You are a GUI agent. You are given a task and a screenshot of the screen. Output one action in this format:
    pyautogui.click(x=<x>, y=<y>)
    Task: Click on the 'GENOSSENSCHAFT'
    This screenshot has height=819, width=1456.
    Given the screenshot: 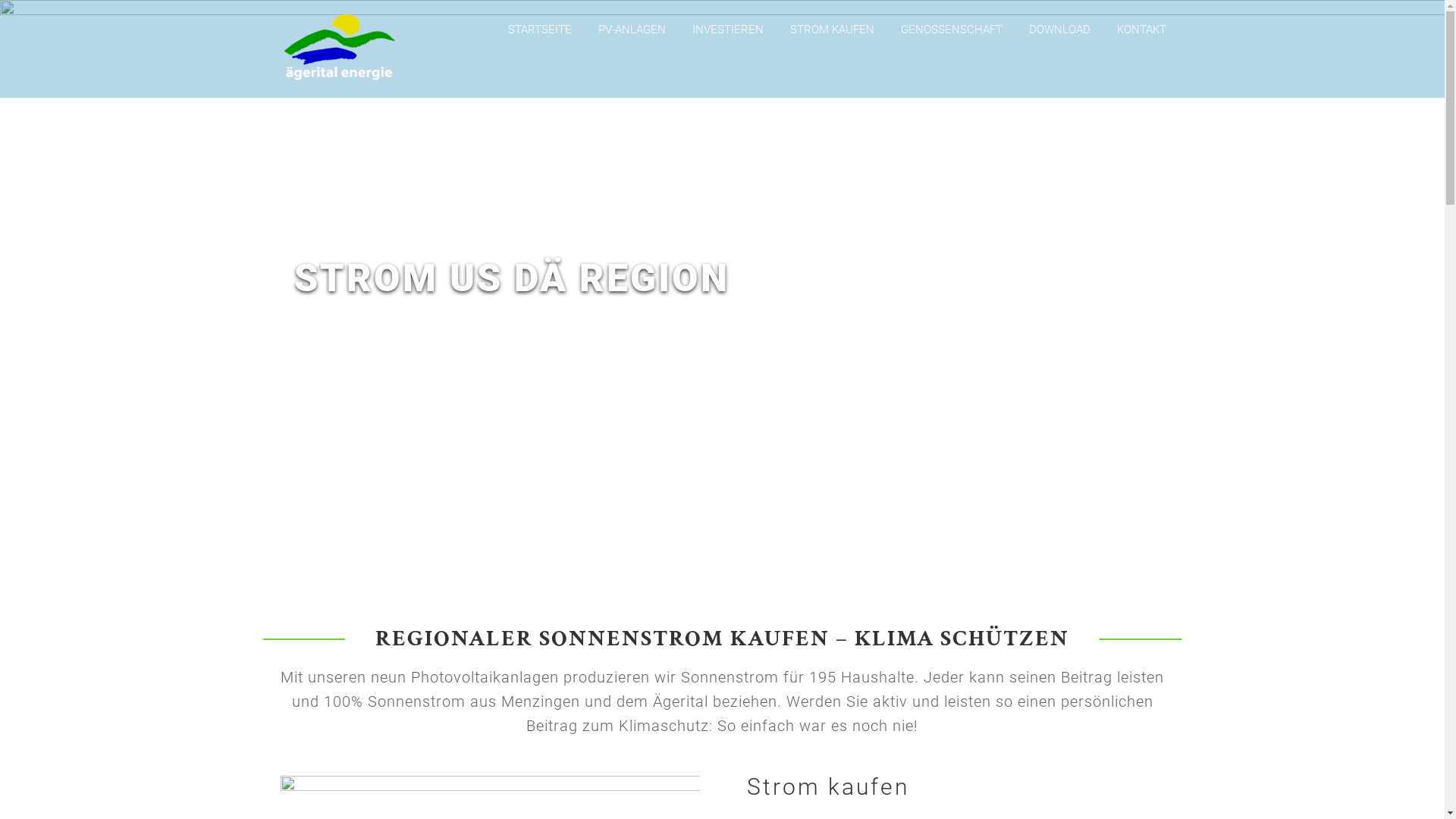 What is the action you would take?
    pyautogui.click(x=950, y=29)
    